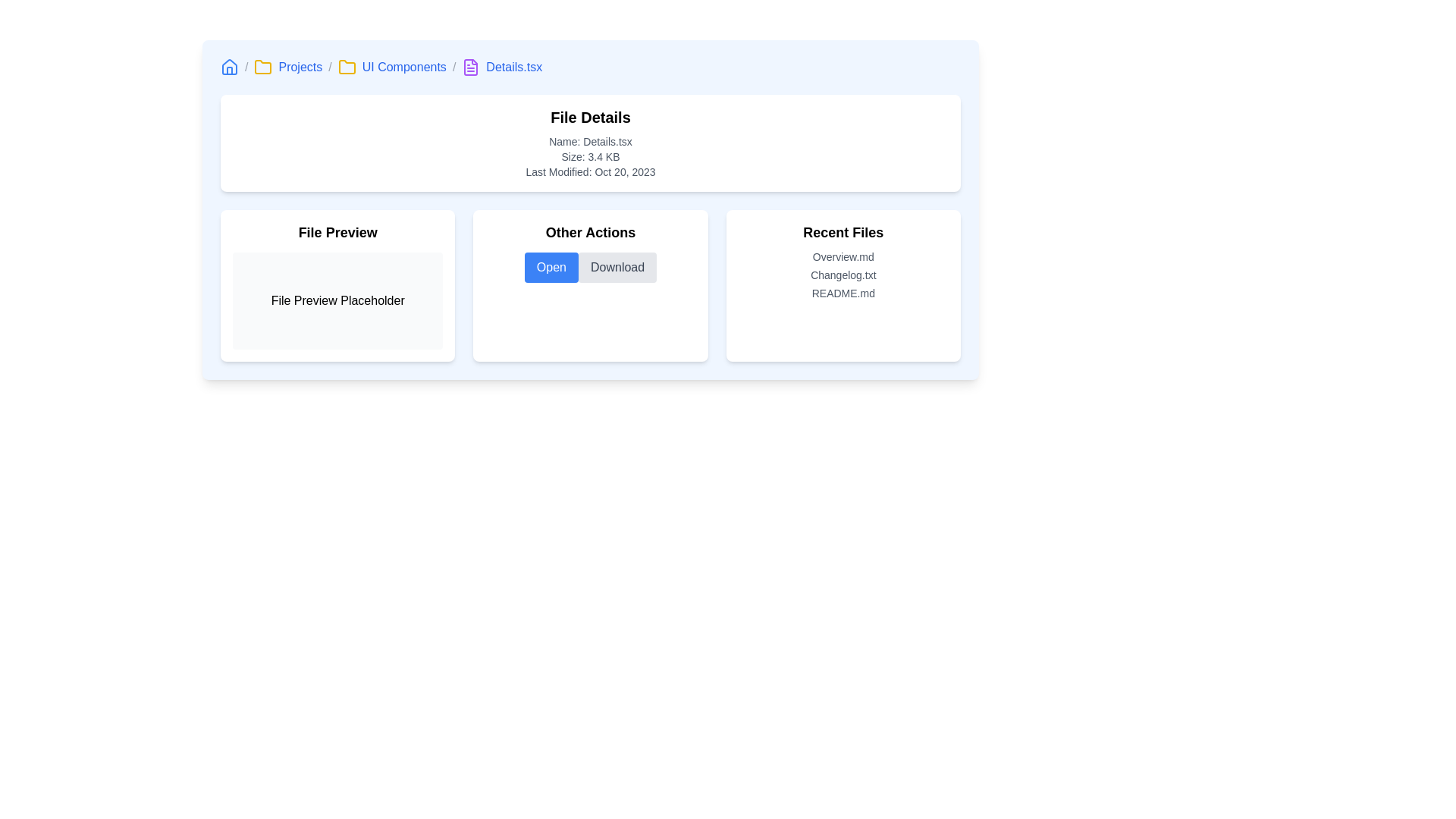  What do you see at coordinates (589, 171) in the screenshot?
I see `the text label displaying the last modified date in the 'File Details' section, which is the last row following the 'Size' detail` at bounding box center [589, 171].